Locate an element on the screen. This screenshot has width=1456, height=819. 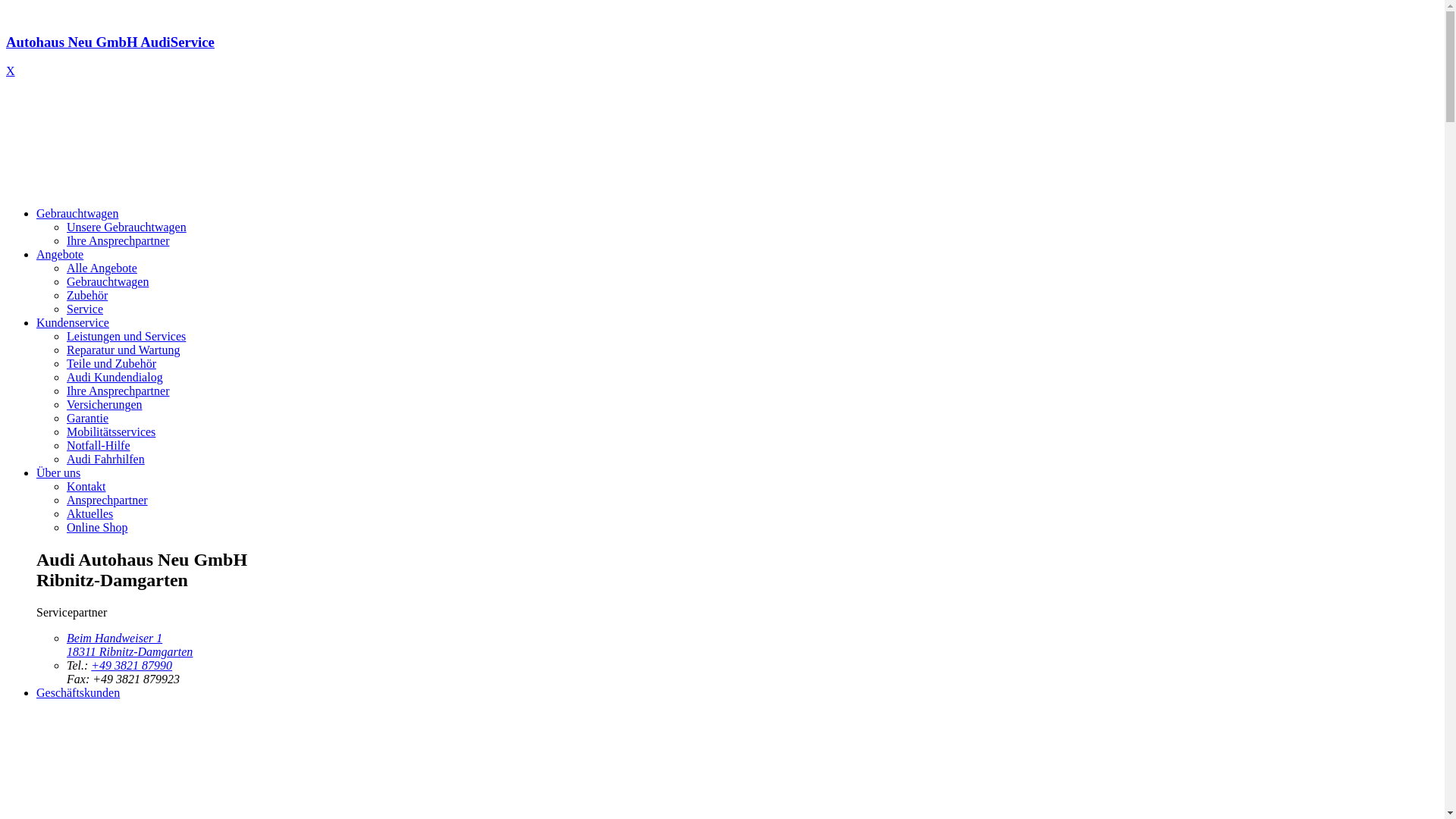
'Kundenservice' is located at coordinates (72, 322).